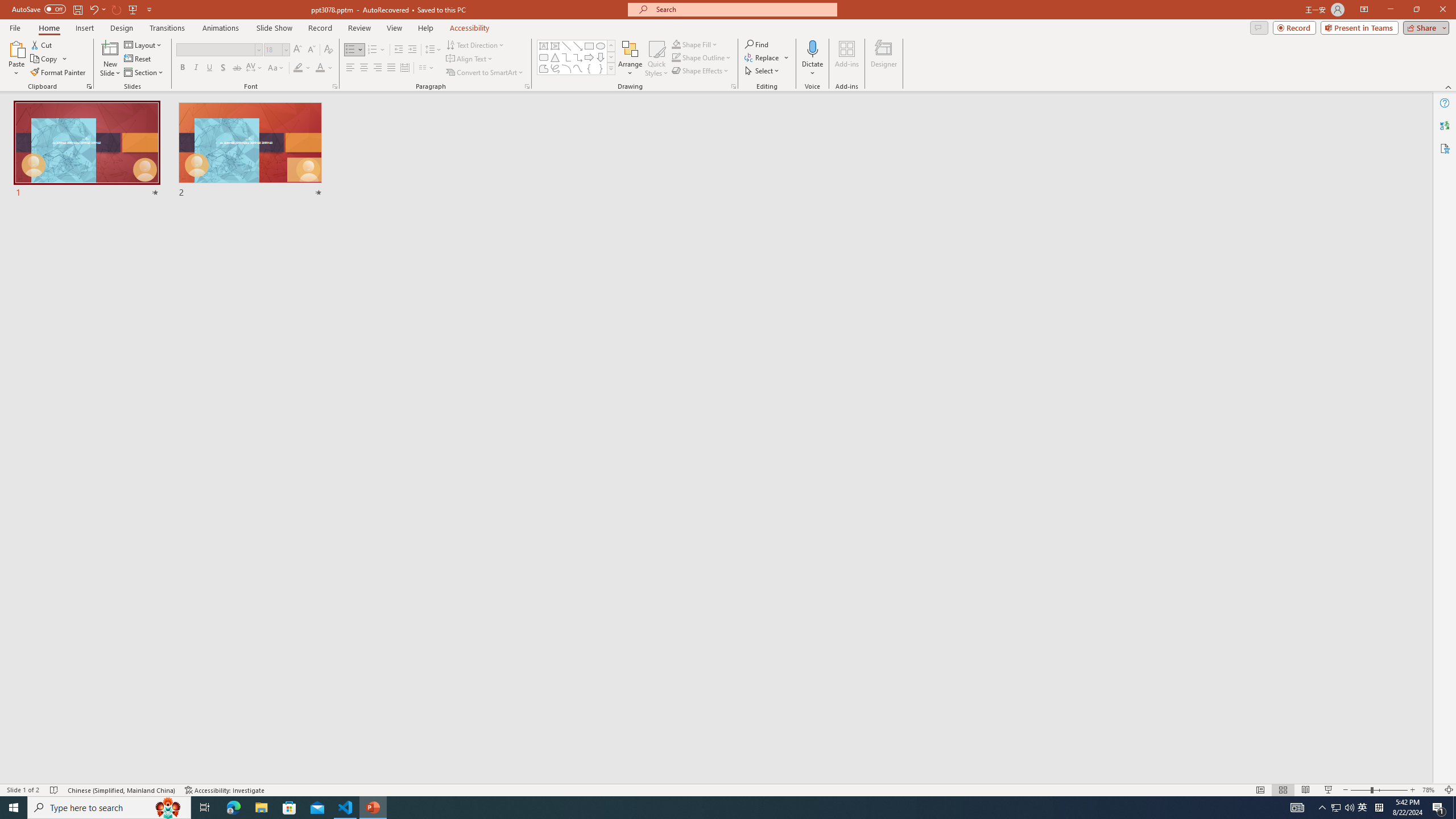 This screenshot has height=819, width=1456. I want to click on 'Zoom 78%', so click(1430, 790).